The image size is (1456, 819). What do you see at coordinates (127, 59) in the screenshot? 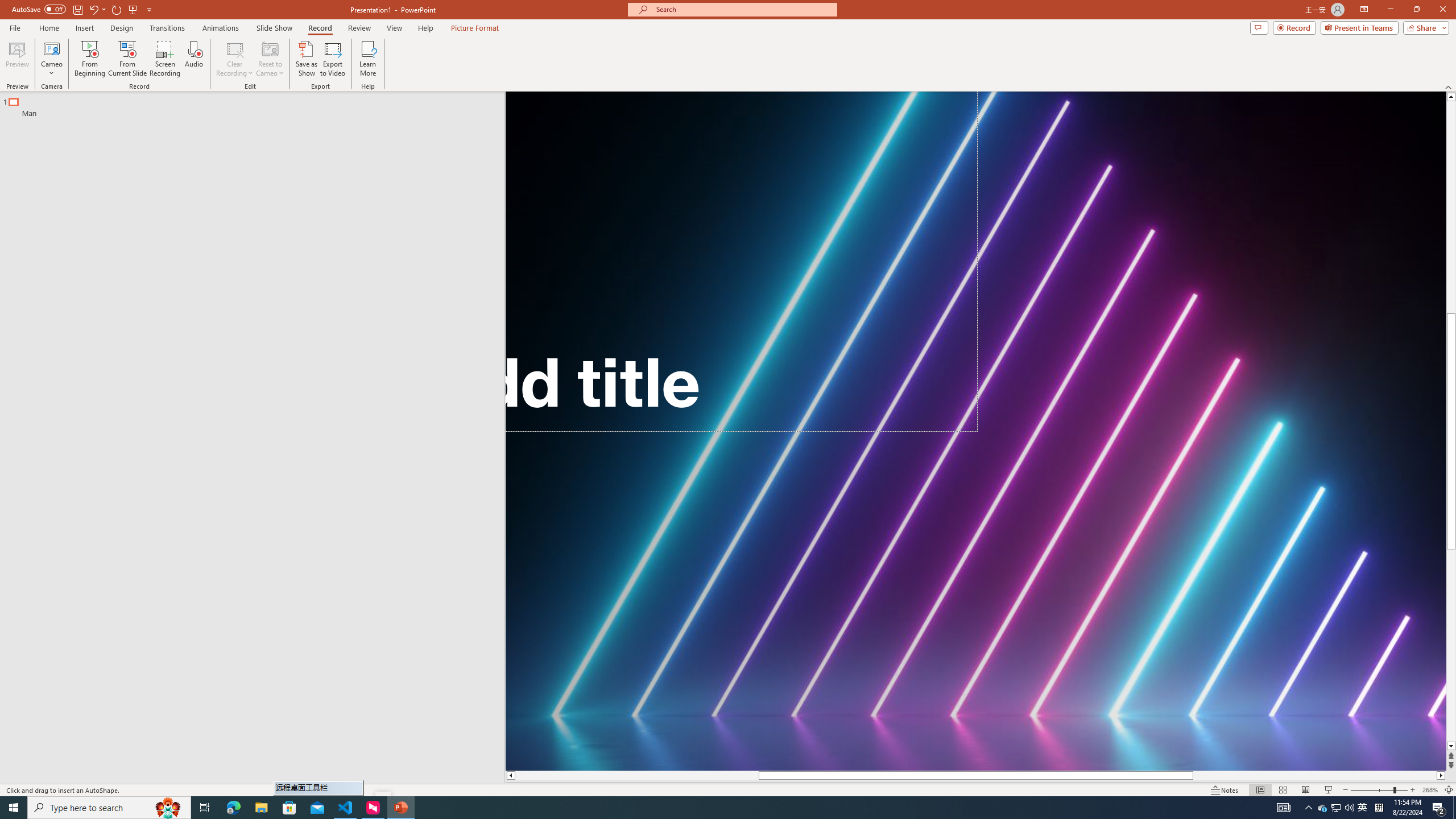
I see `'From Current Slide...'` at bounding box center [127, 59].